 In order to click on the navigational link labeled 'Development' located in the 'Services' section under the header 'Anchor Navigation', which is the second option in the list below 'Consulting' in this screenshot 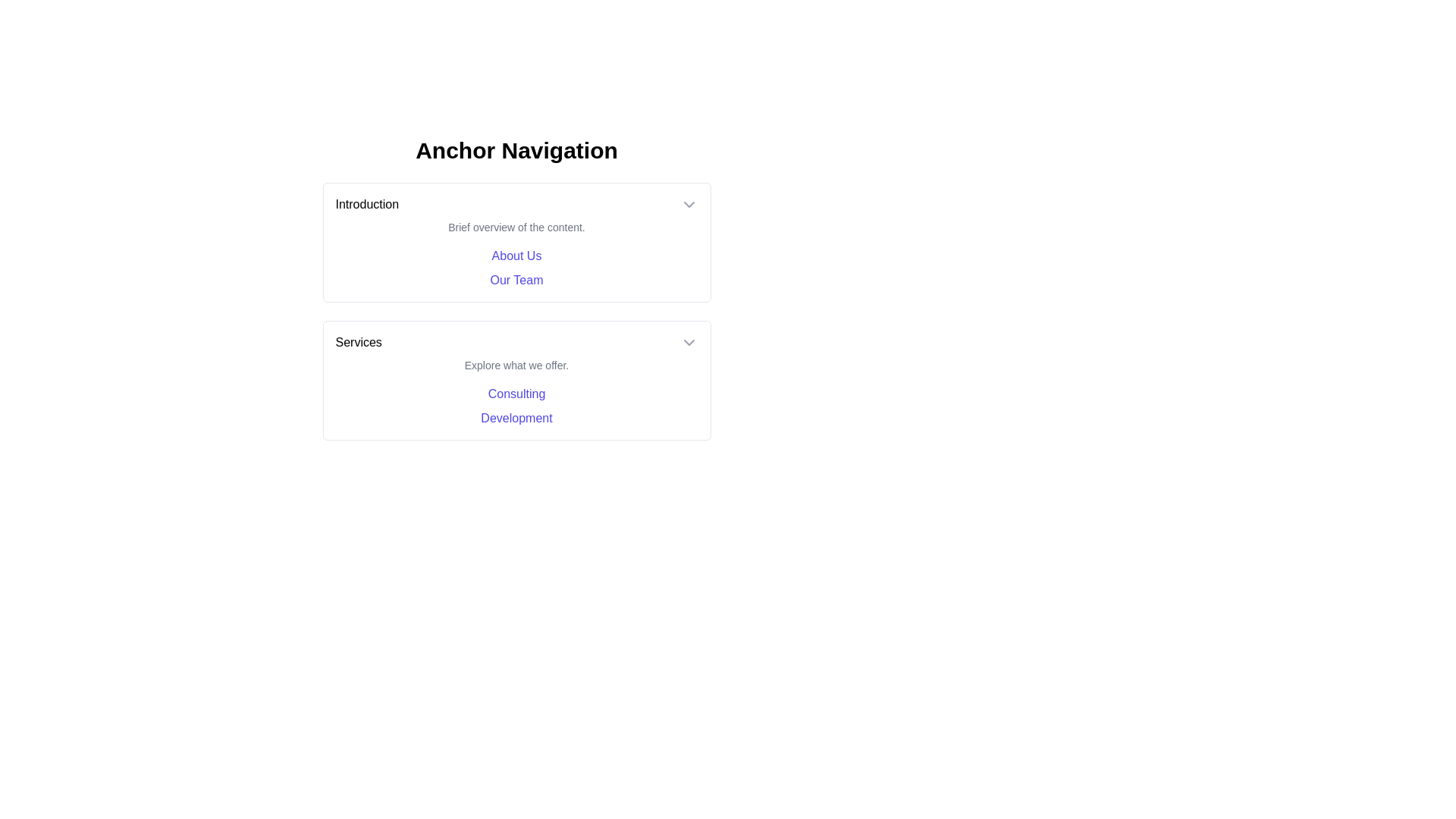, I will do `click(516, 418)`.